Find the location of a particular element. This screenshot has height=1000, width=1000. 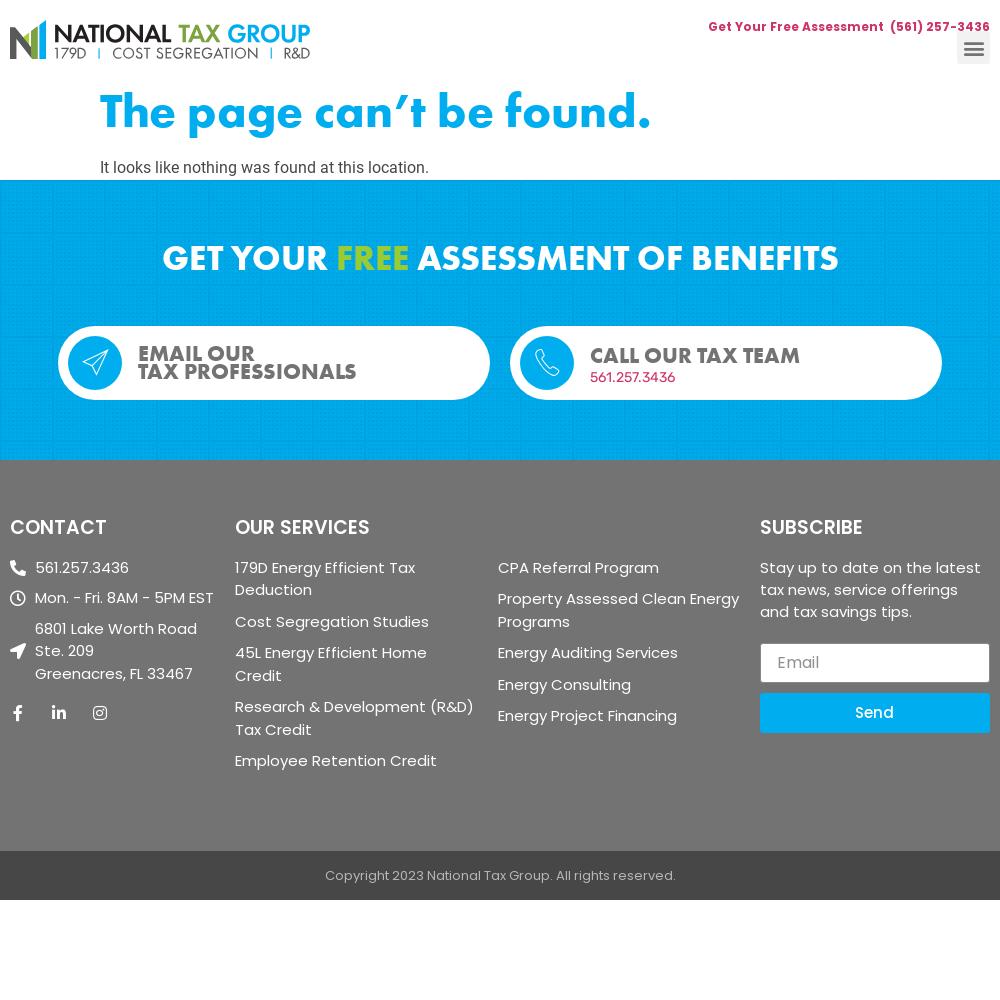

'The page can’t be found.' is located at coordinates (376, 109).